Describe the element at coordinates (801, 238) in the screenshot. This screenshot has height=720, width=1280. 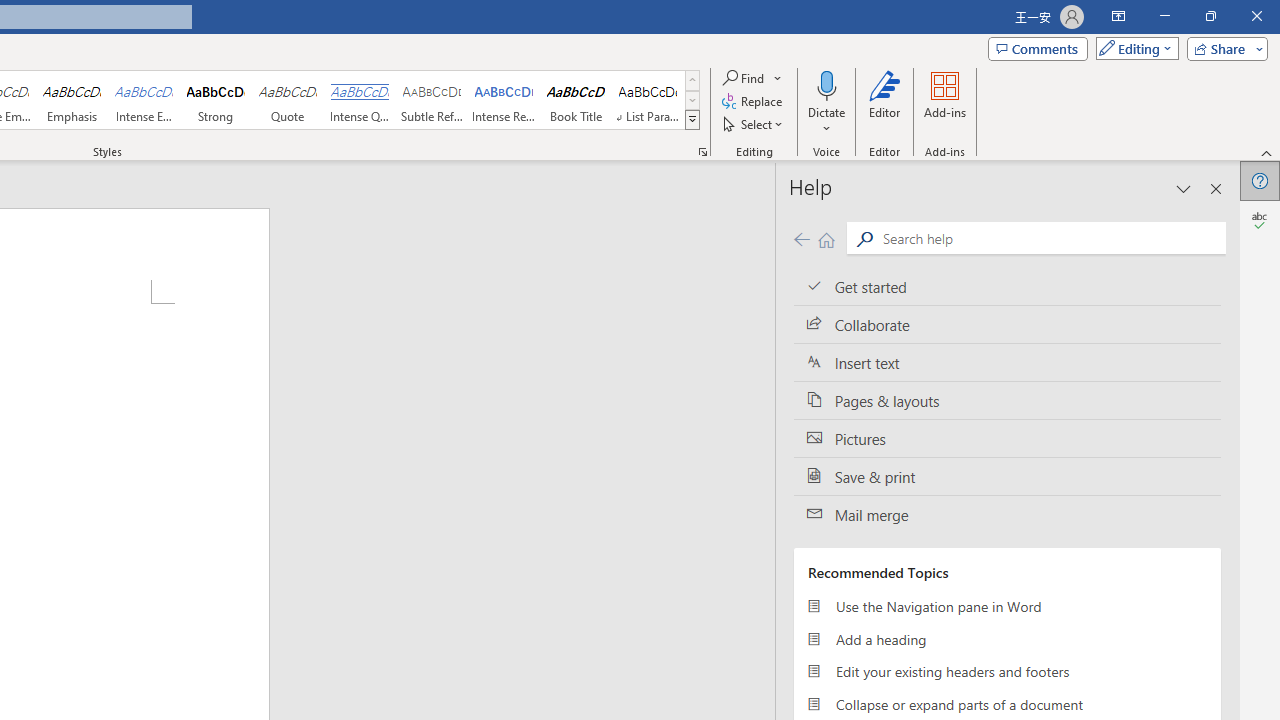
I see `'Previous page'` at that location.